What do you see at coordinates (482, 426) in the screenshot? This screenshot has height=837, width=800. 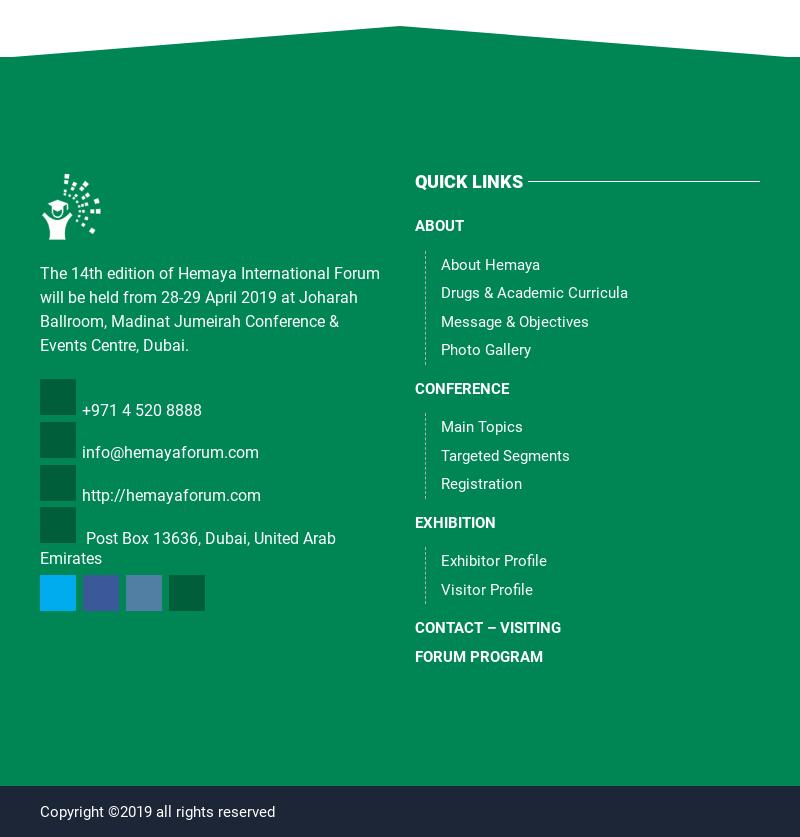 I see `'Main Topics'` at bounding box center [482, 426].